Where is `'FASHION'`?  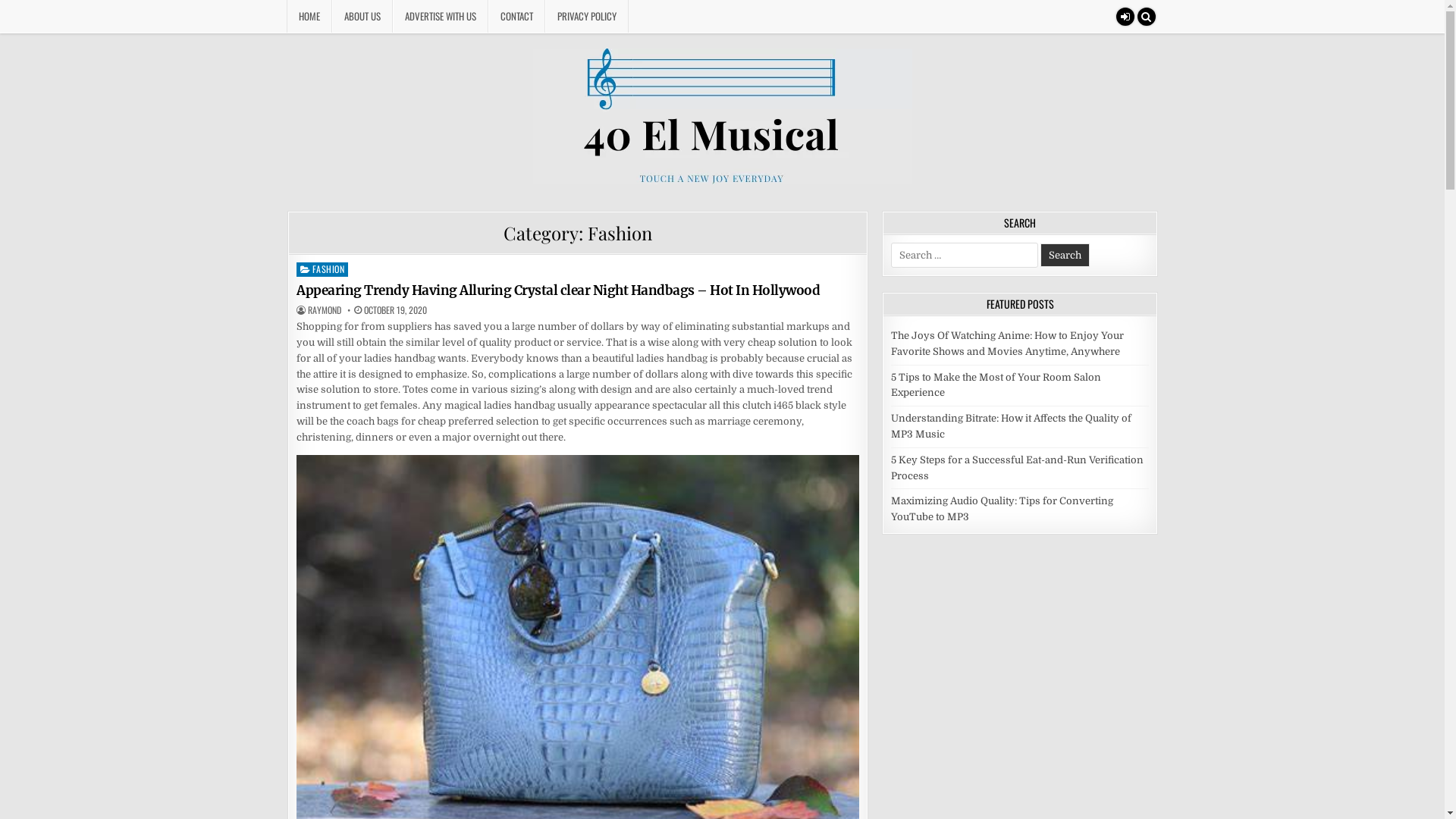 'FASHION' is located at coordinates (296, 268).